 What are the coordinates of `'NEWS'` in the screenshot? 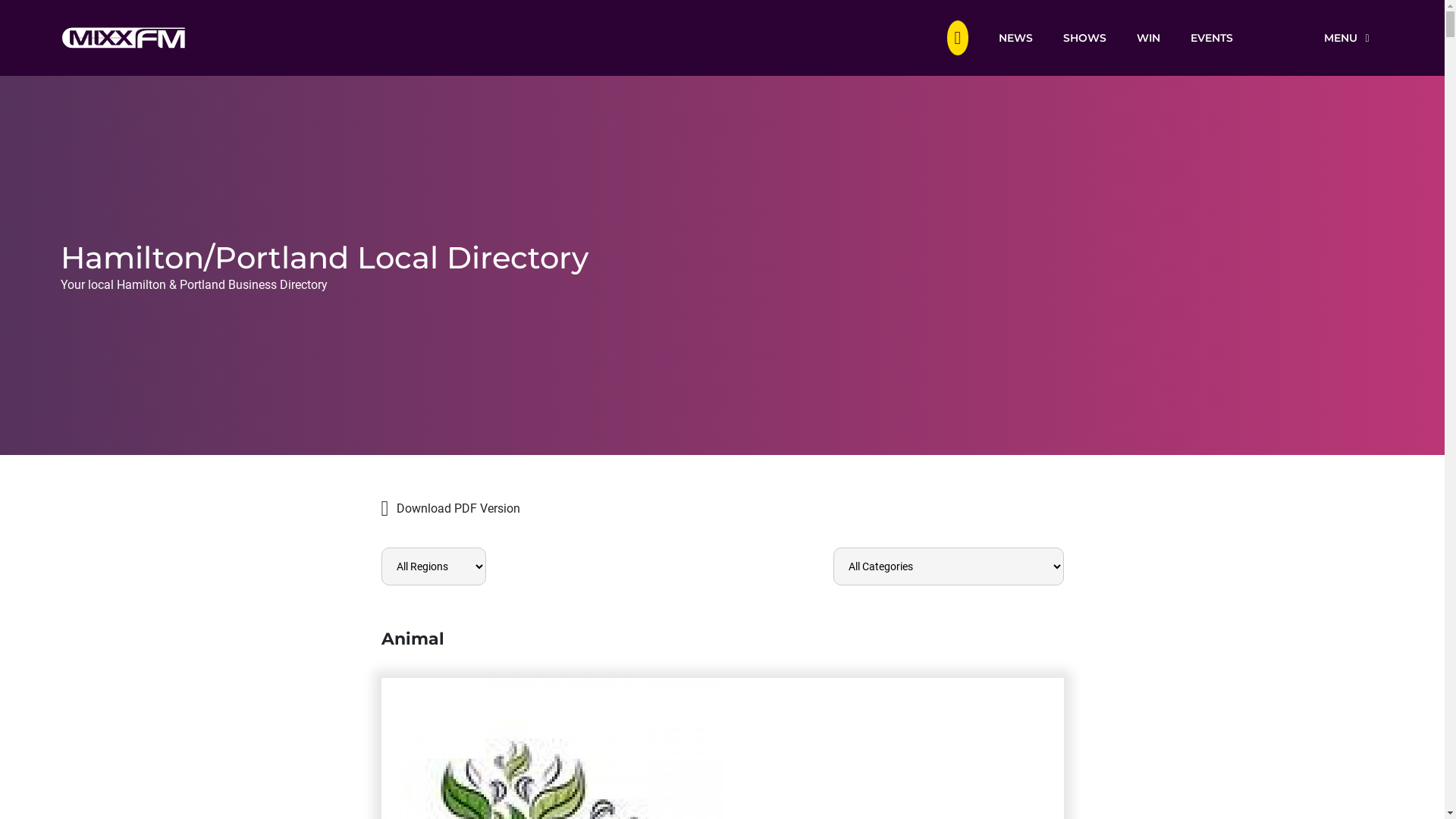 It's located at (1015, 36).